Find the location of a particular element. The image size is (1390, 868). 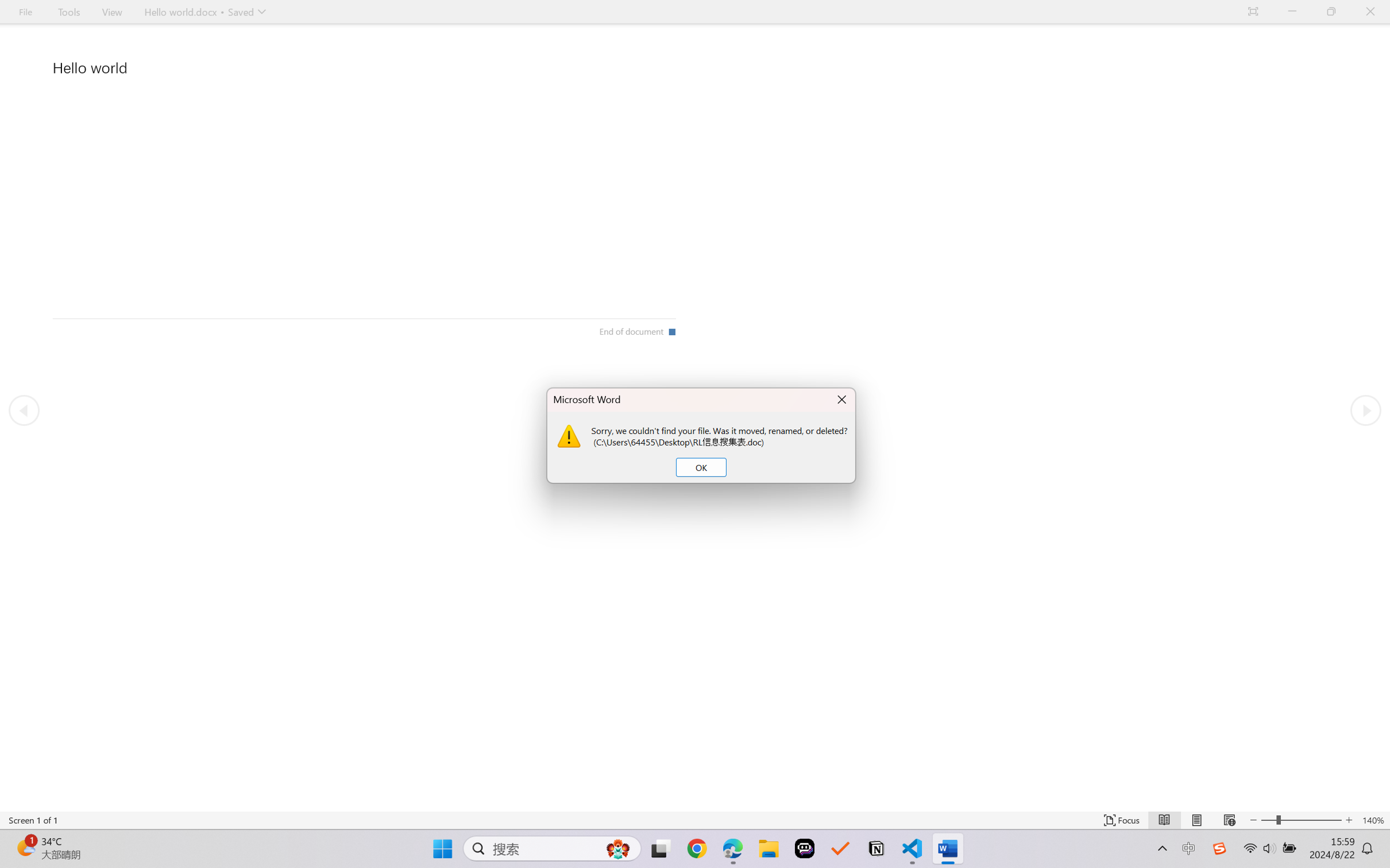

'Read Mode' is located at coordinates (1164, 820).